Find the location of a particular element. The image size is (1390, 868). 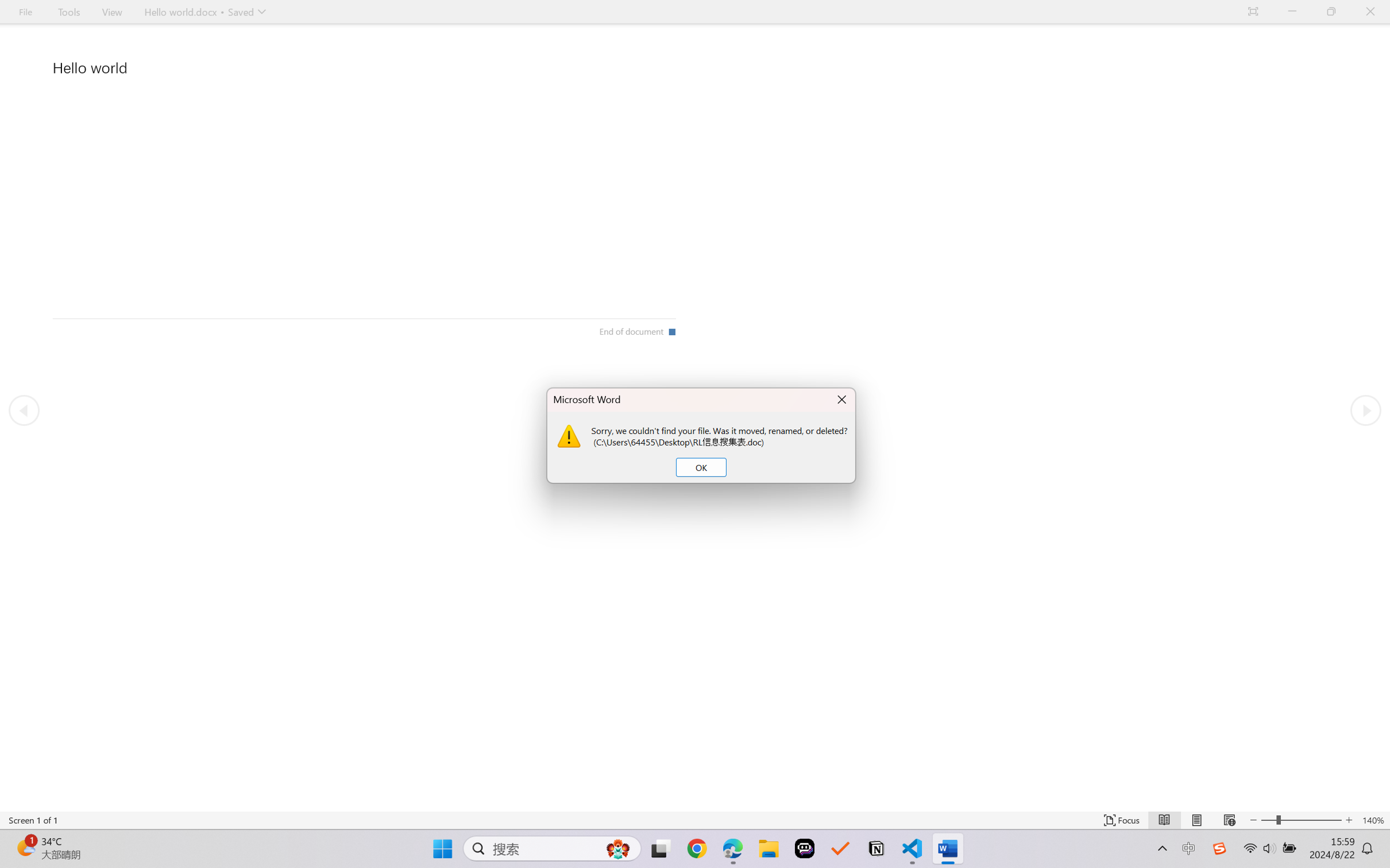

'Read Mode' is located at coordinates (1164, 820).